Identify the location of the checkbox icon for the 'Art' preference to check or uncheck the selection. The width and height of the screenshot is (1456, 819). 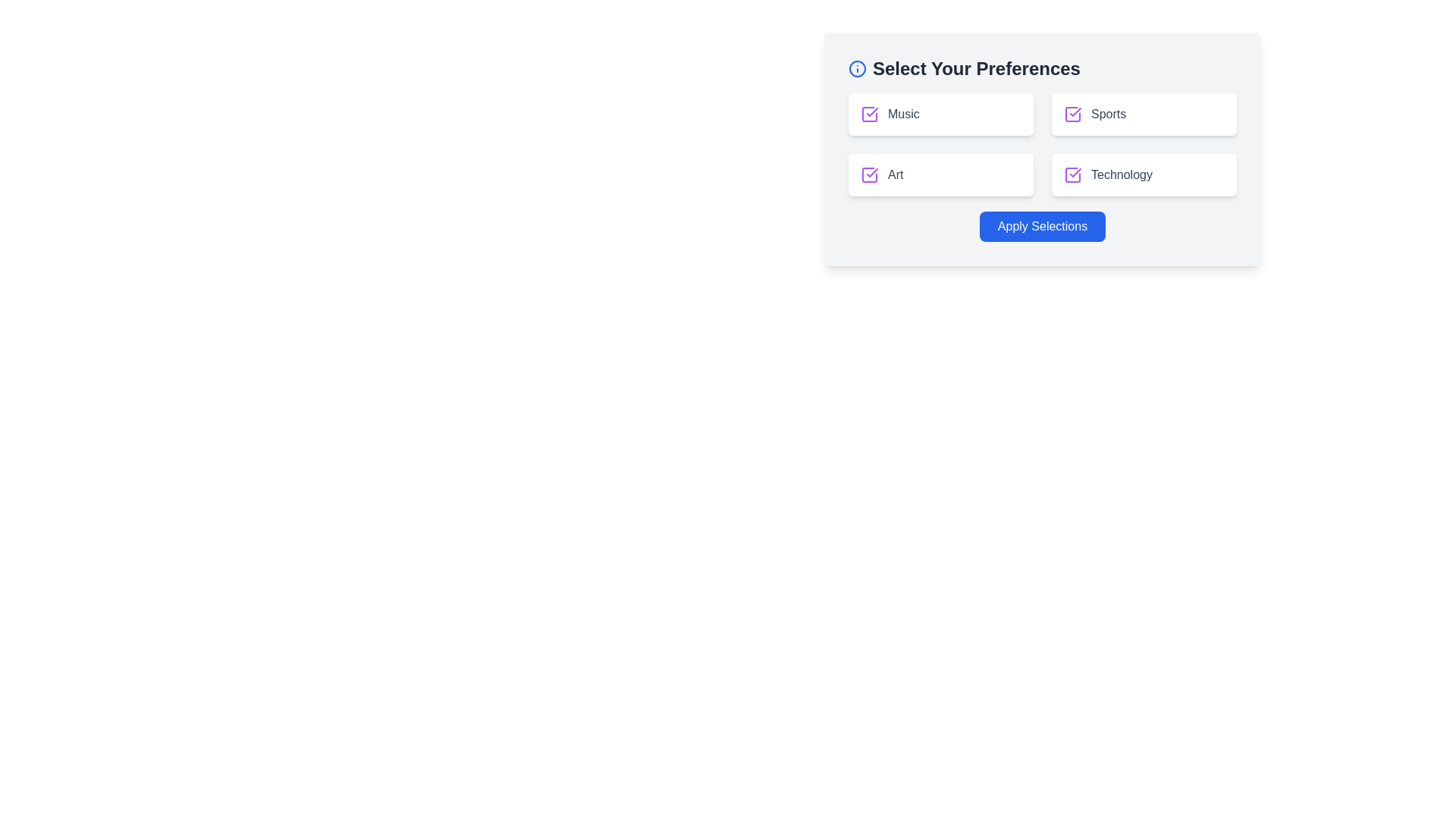
(870, 174).